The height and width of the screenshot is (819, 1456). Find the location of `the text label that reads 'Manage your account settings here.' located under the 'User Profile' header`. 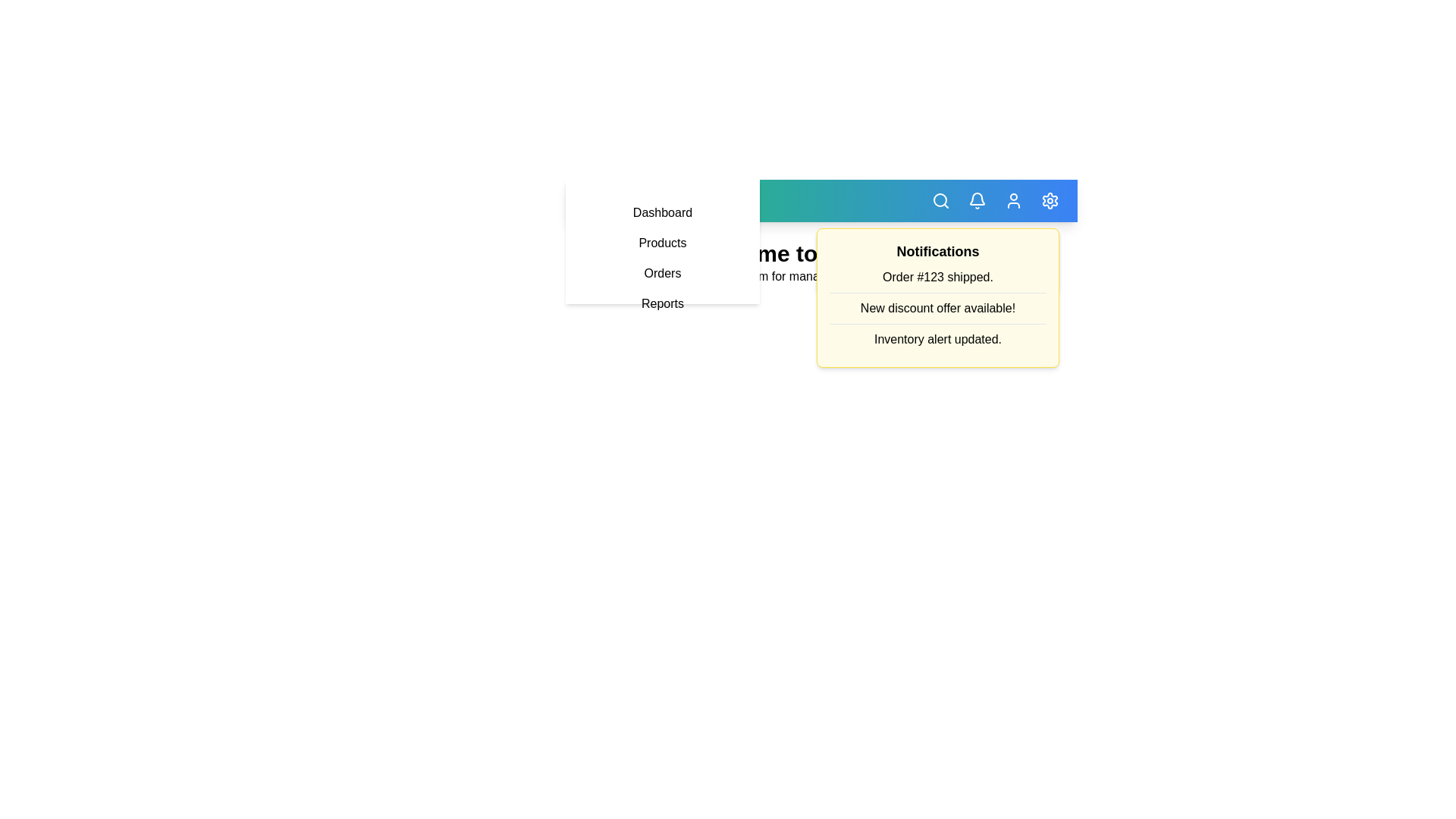

the text label that reads 'Manage your account settings here.' located under the 'User Profile' header is located at coordinates (937, 271).